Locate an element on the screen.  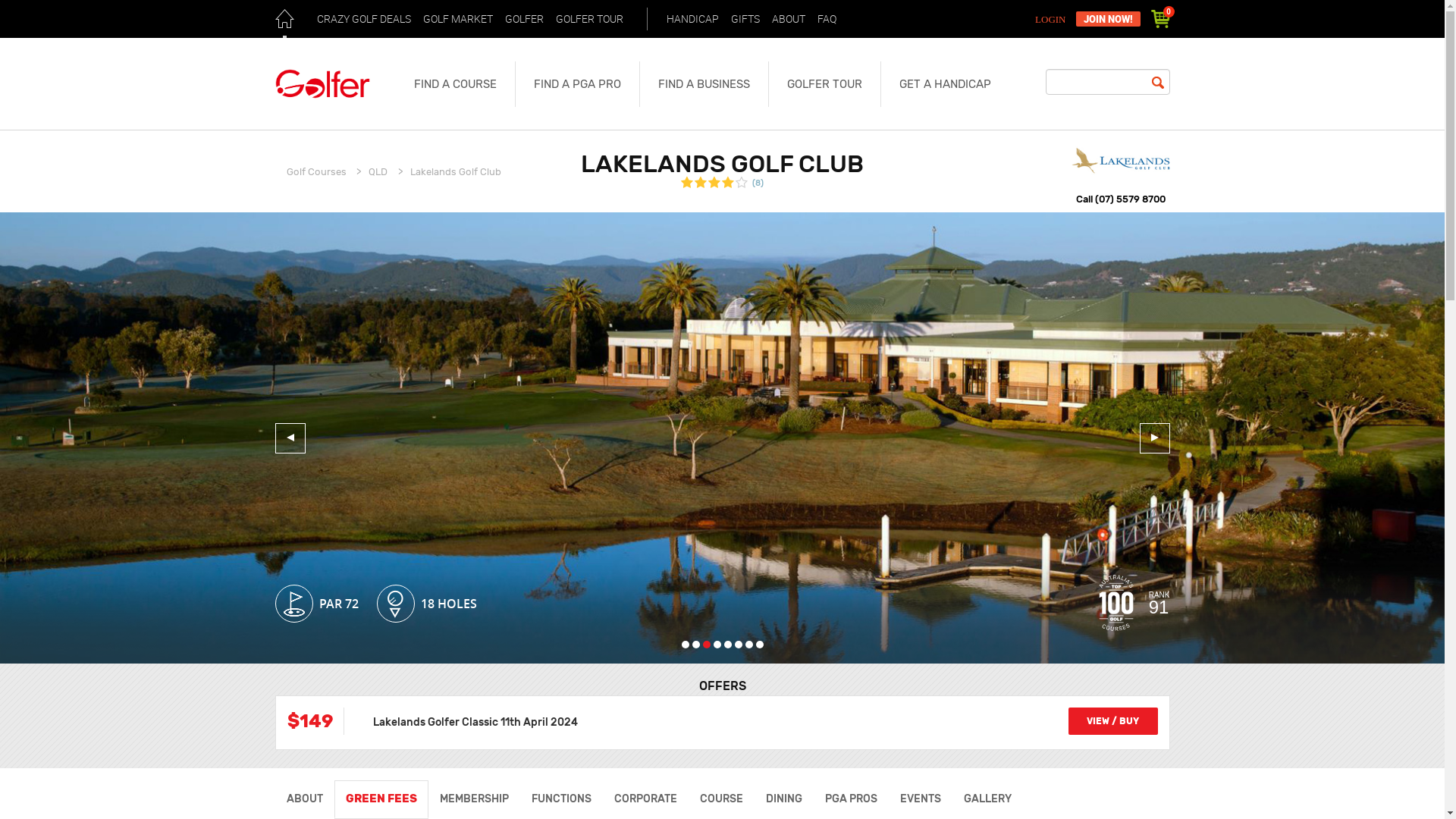
'CORPORATE' is located at coordinates (645, 798).